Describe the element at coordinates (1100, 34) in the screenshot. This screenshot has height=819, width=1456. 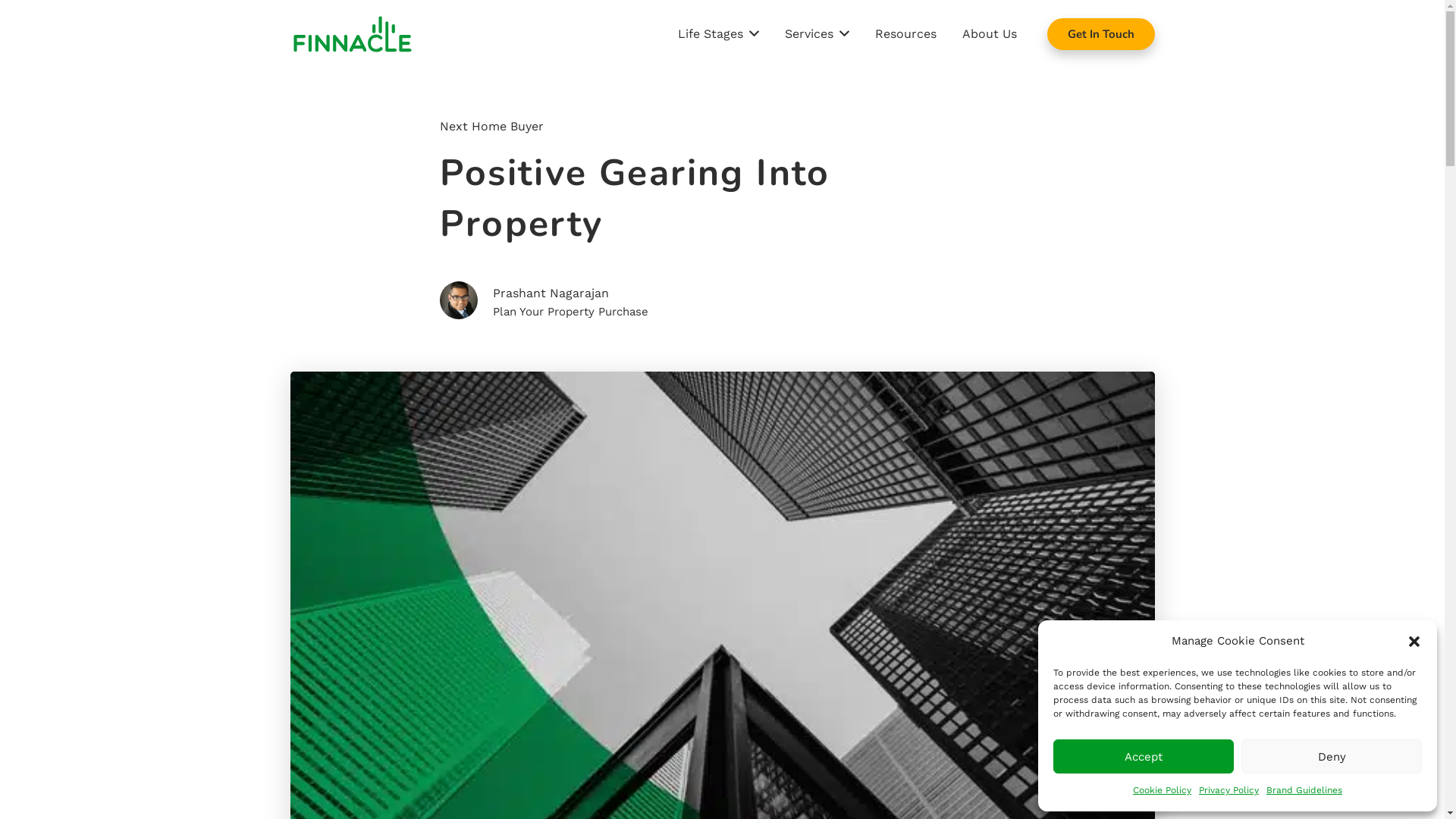
I see `'Get In Touch'` at that location.